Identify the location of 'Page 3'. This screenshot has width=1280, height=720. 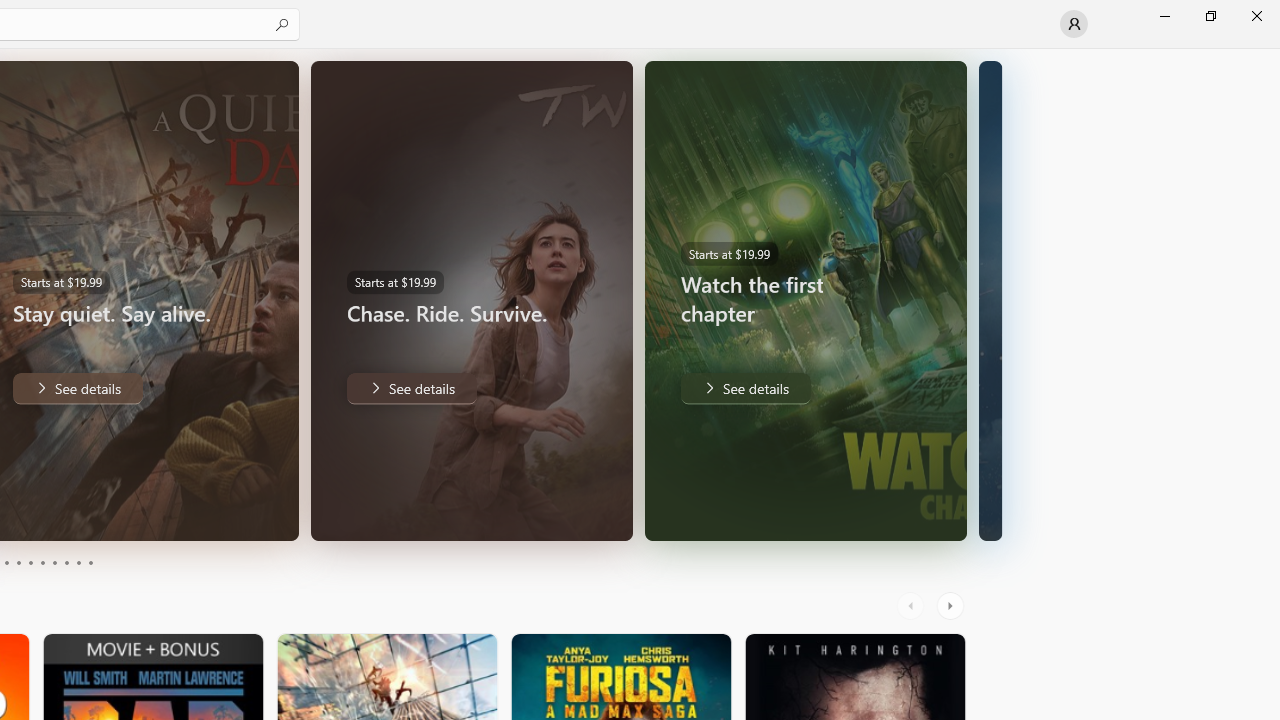
(5, 563).